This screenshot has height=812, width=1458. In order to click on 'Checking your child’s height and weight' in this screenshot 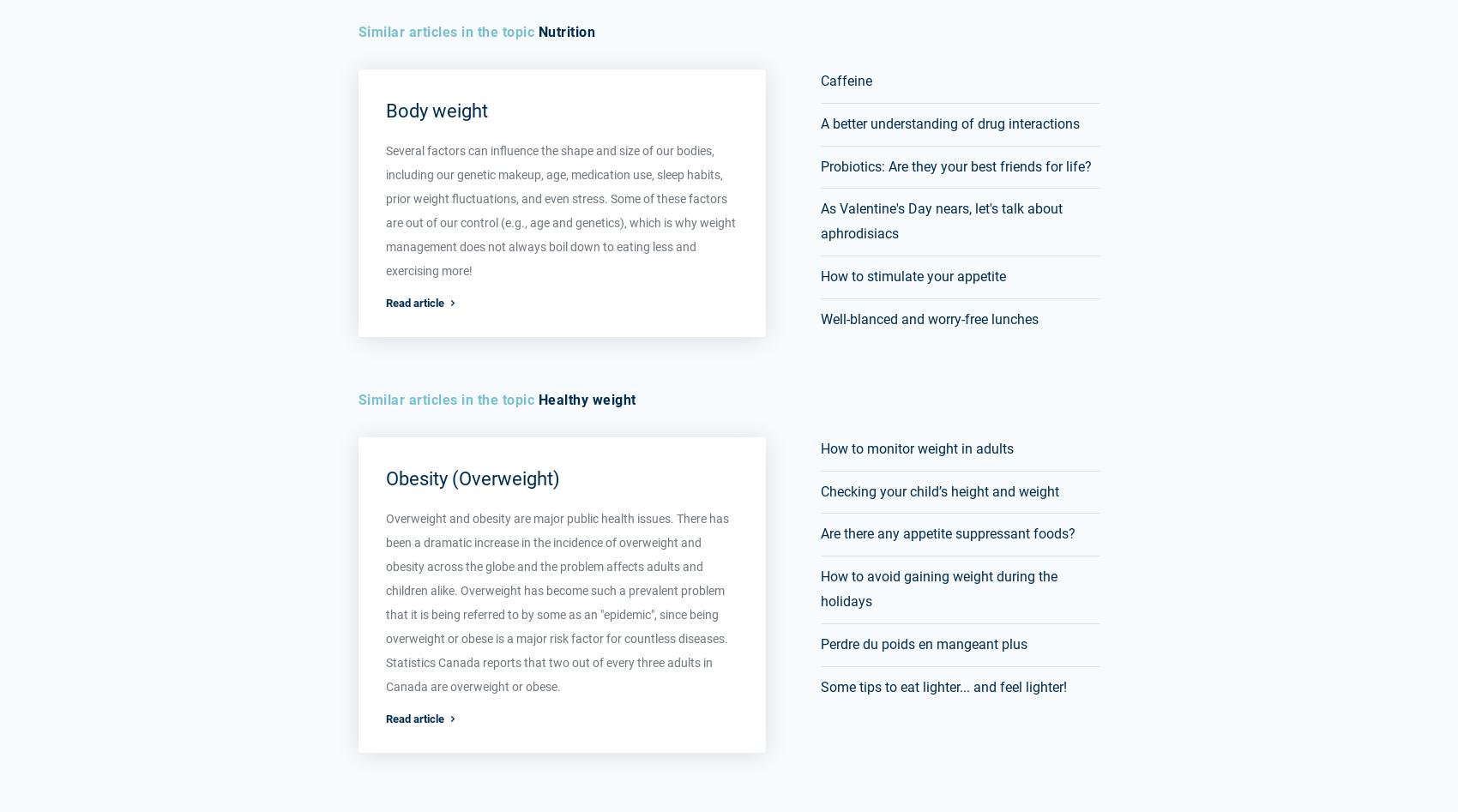, I will do `click(938, 490)`.